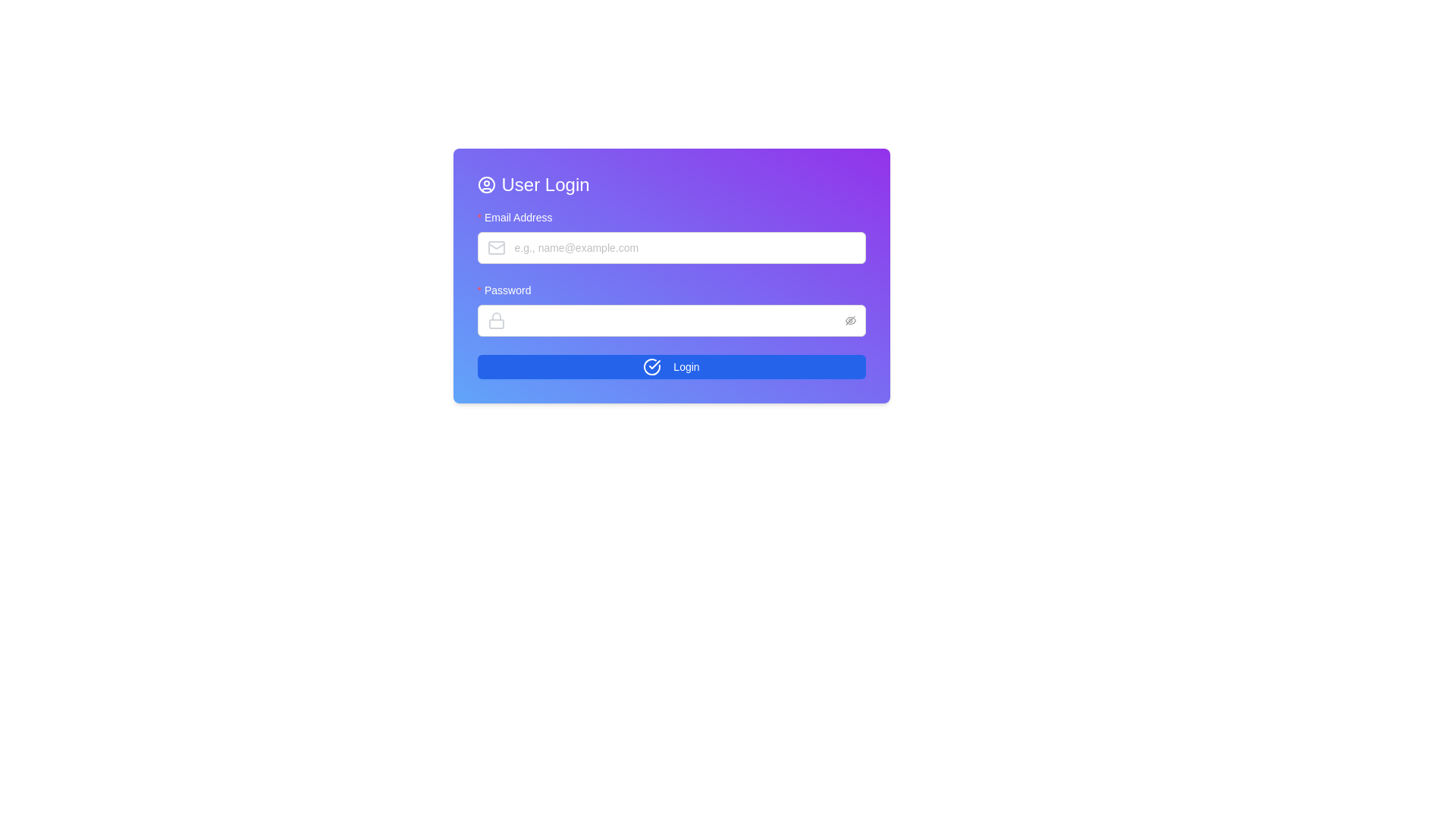  Describe the element at coordinates (670, 366) in the screenshot. I see `the 'Login' button with a primary blue background and white text, located at the bottom of the login form` at that location.